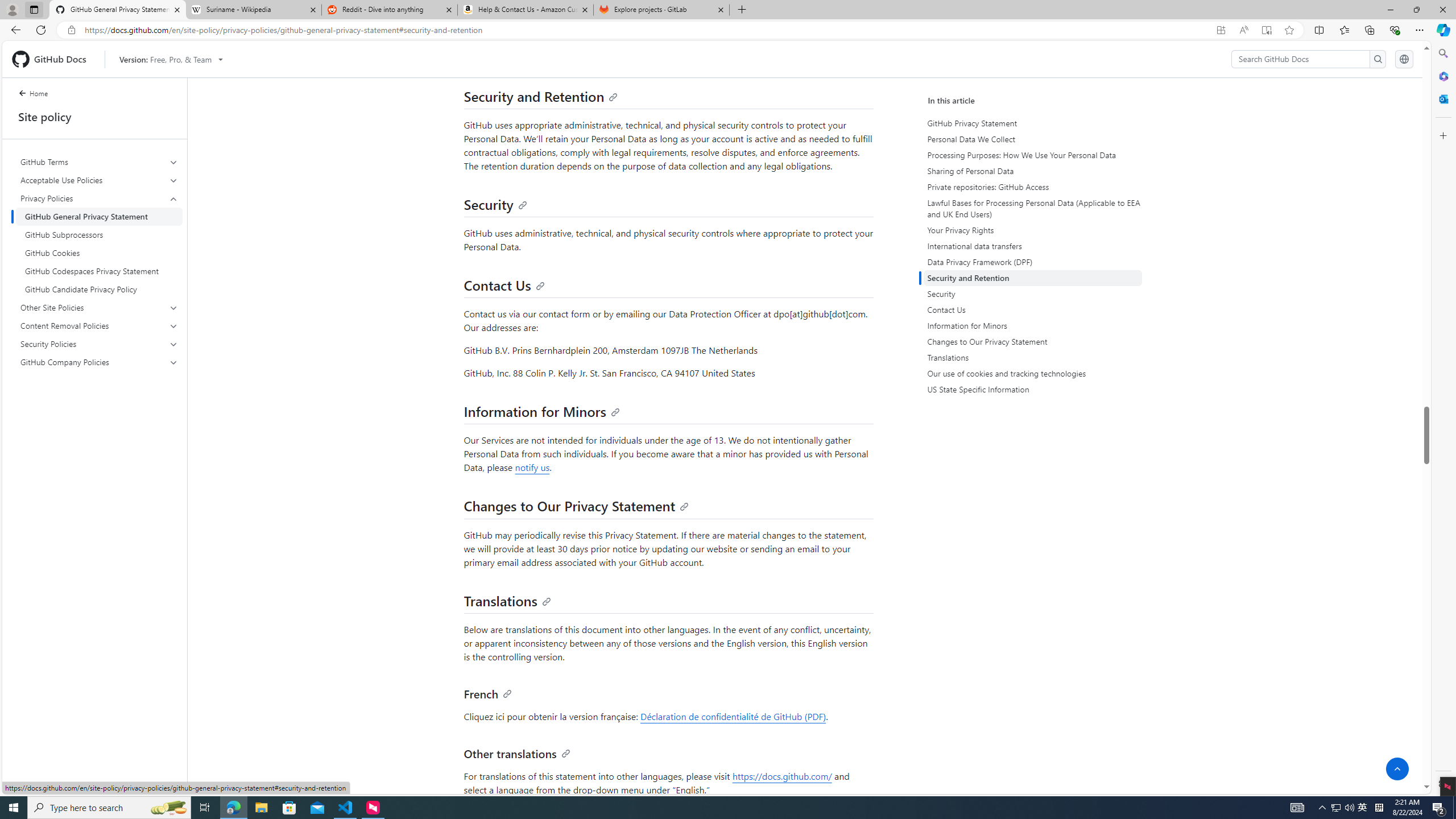 The image size is (1456, 819). Describe the element at coordinates (253, 9) in the screenshot. I see `'Suriname - Wikipedia'` at that location.